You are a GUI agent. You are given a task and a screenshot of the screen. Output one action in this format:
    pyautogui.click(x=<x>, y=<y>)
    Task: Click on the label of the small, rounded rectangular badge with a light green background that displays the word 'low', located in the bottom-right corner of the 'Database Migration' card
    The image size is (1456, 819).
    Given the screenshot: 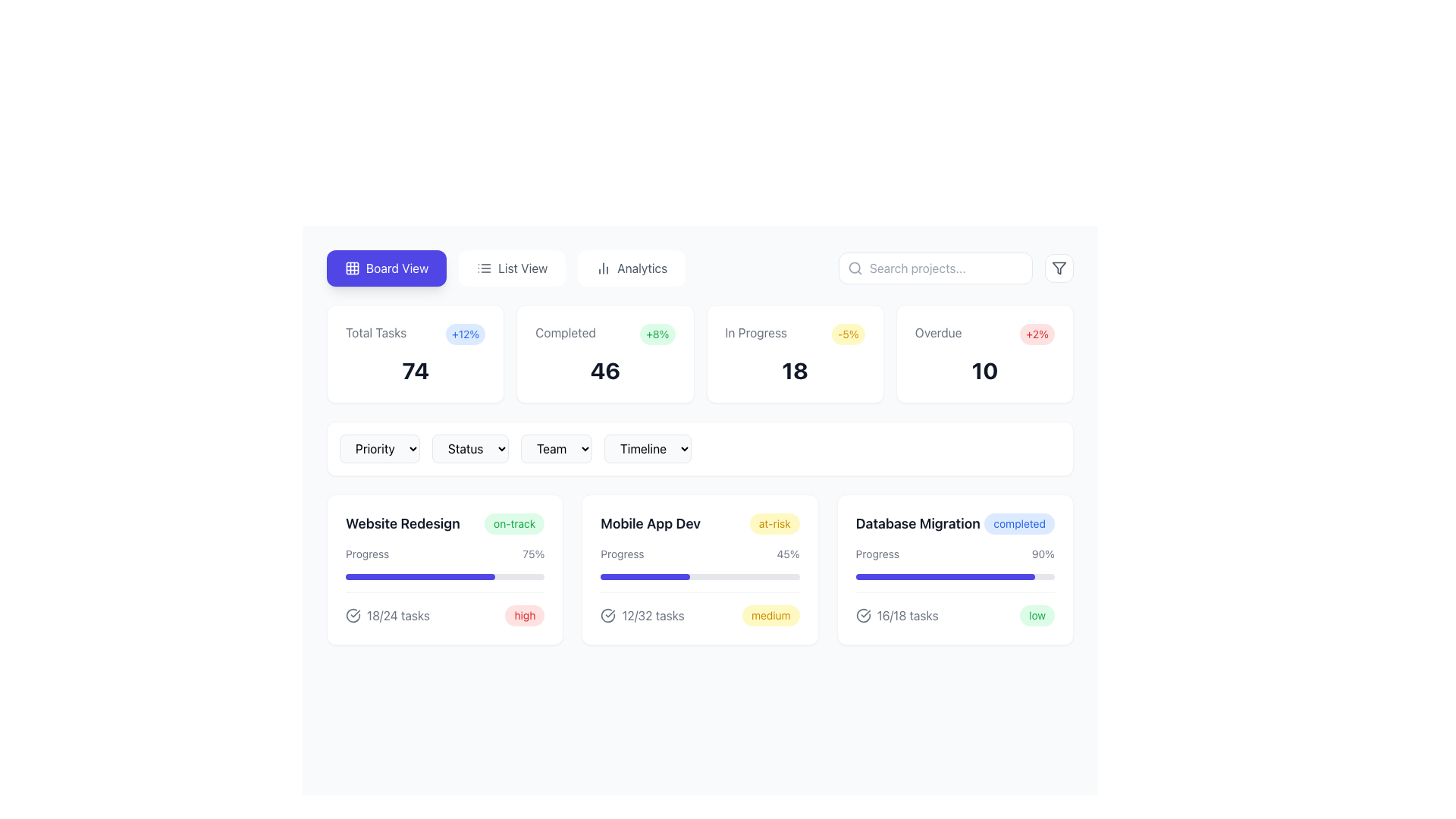 What is the action you would take?
    pyautogui.click(x=1037, y=616)
    